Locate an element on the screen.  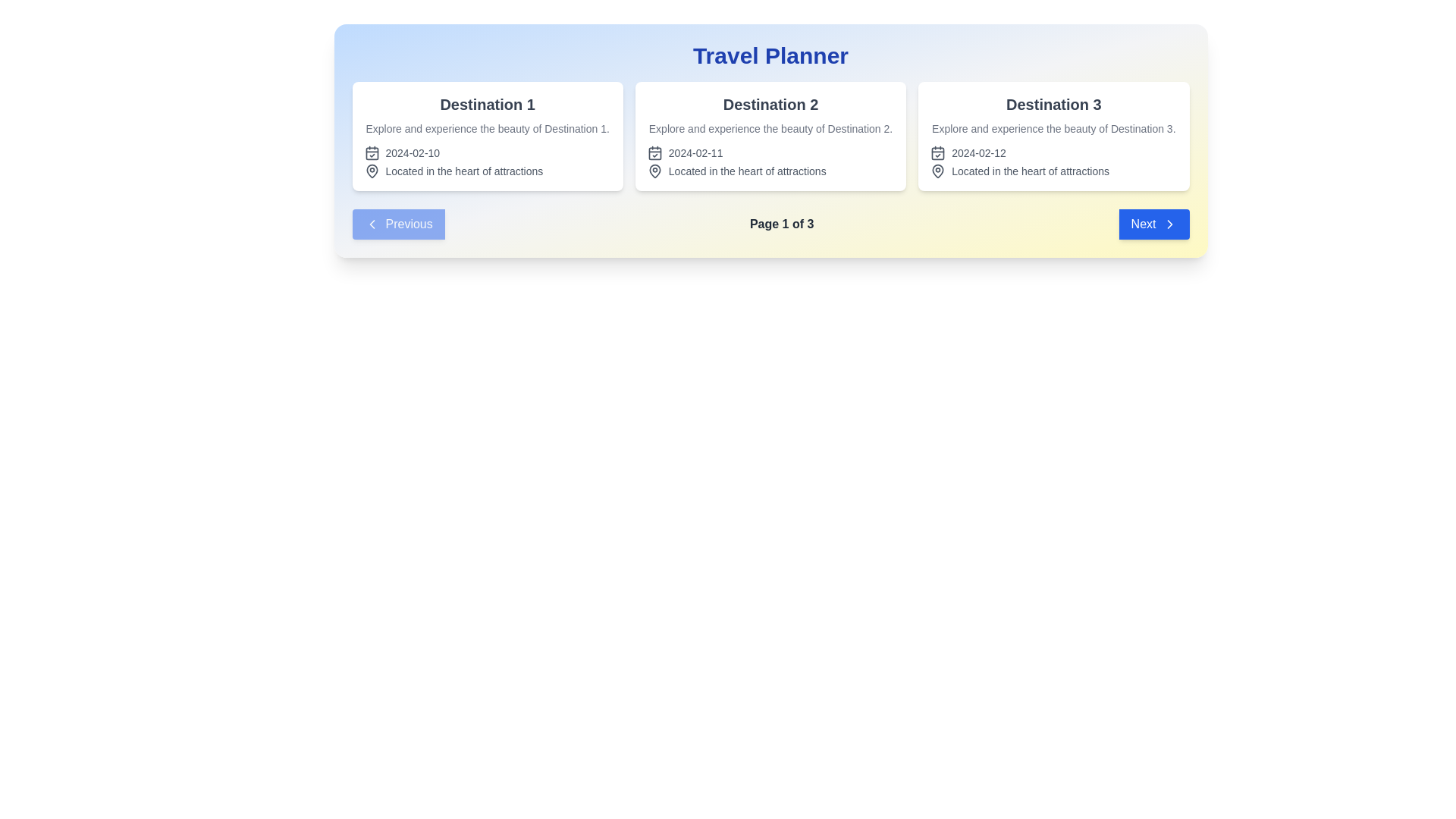
the rightward-pointing chevron icon within the 'Next' button is located at coordinates (1169, 224).